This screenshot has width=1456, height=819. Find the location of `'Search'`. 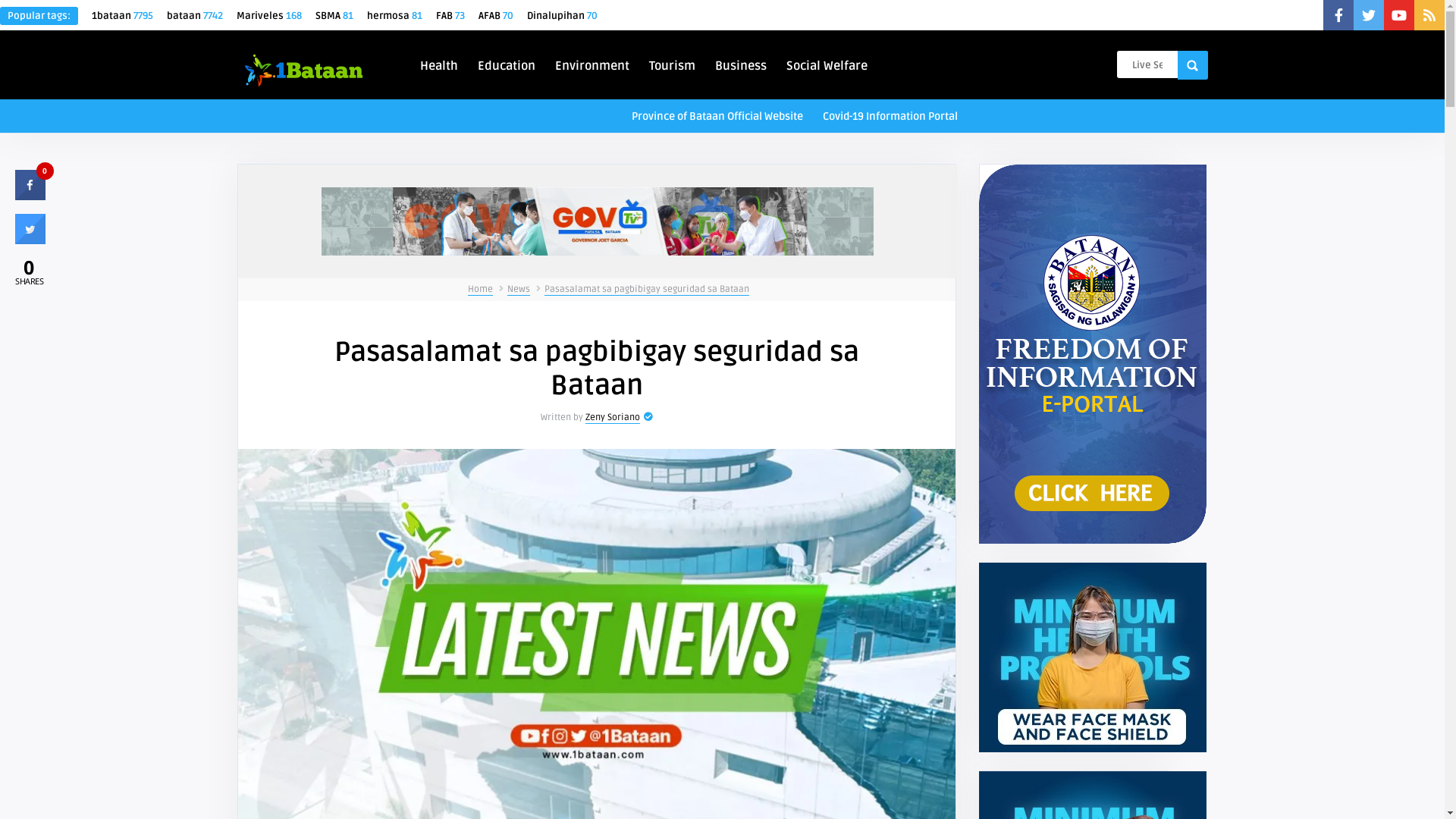

'Search' is located at coordinates (1191, 64).